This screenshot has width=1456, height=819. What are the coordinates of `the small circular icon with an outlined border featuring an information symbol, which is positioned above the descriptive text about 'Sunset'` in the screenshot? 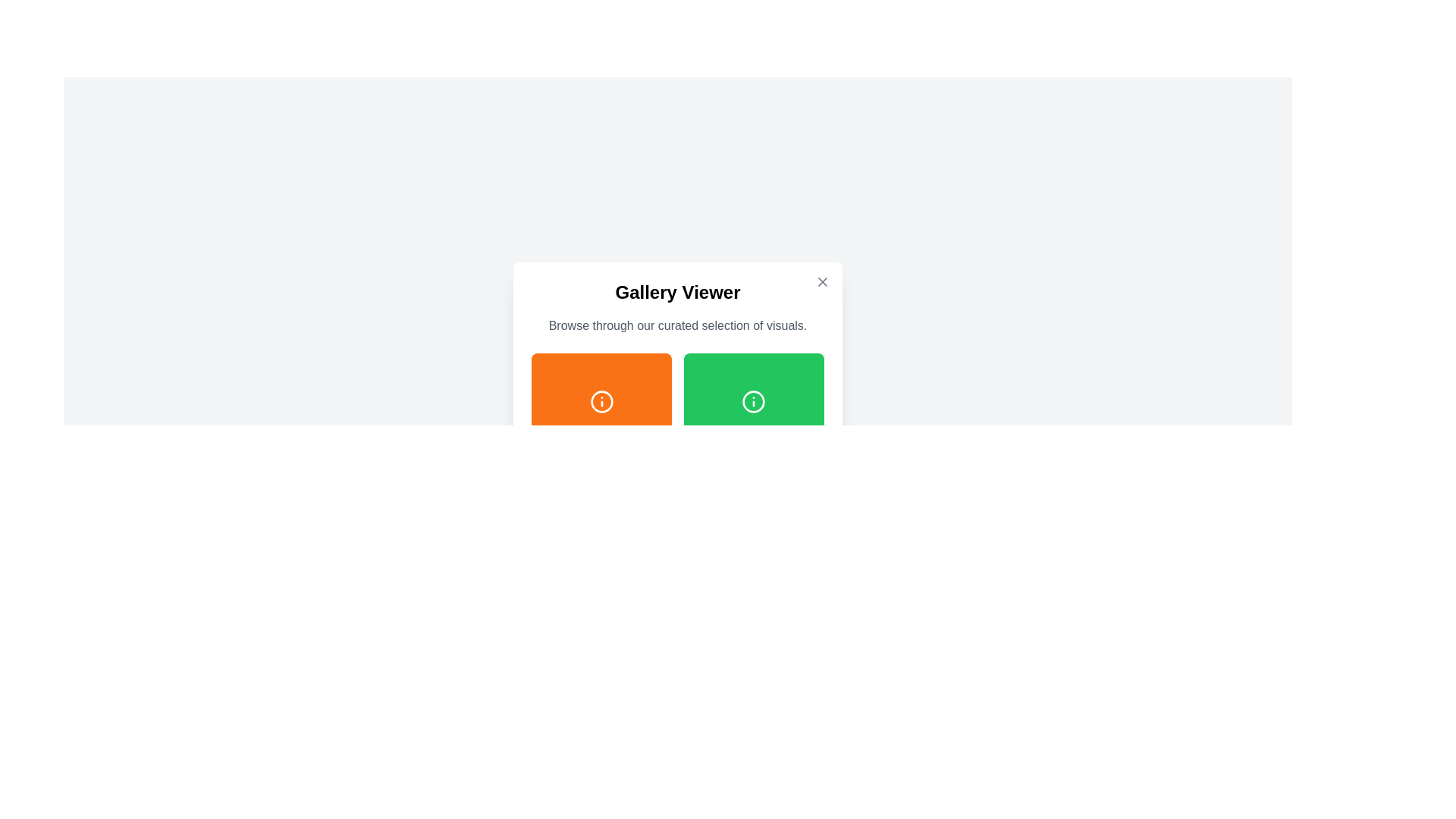 It's located at (601, 400).